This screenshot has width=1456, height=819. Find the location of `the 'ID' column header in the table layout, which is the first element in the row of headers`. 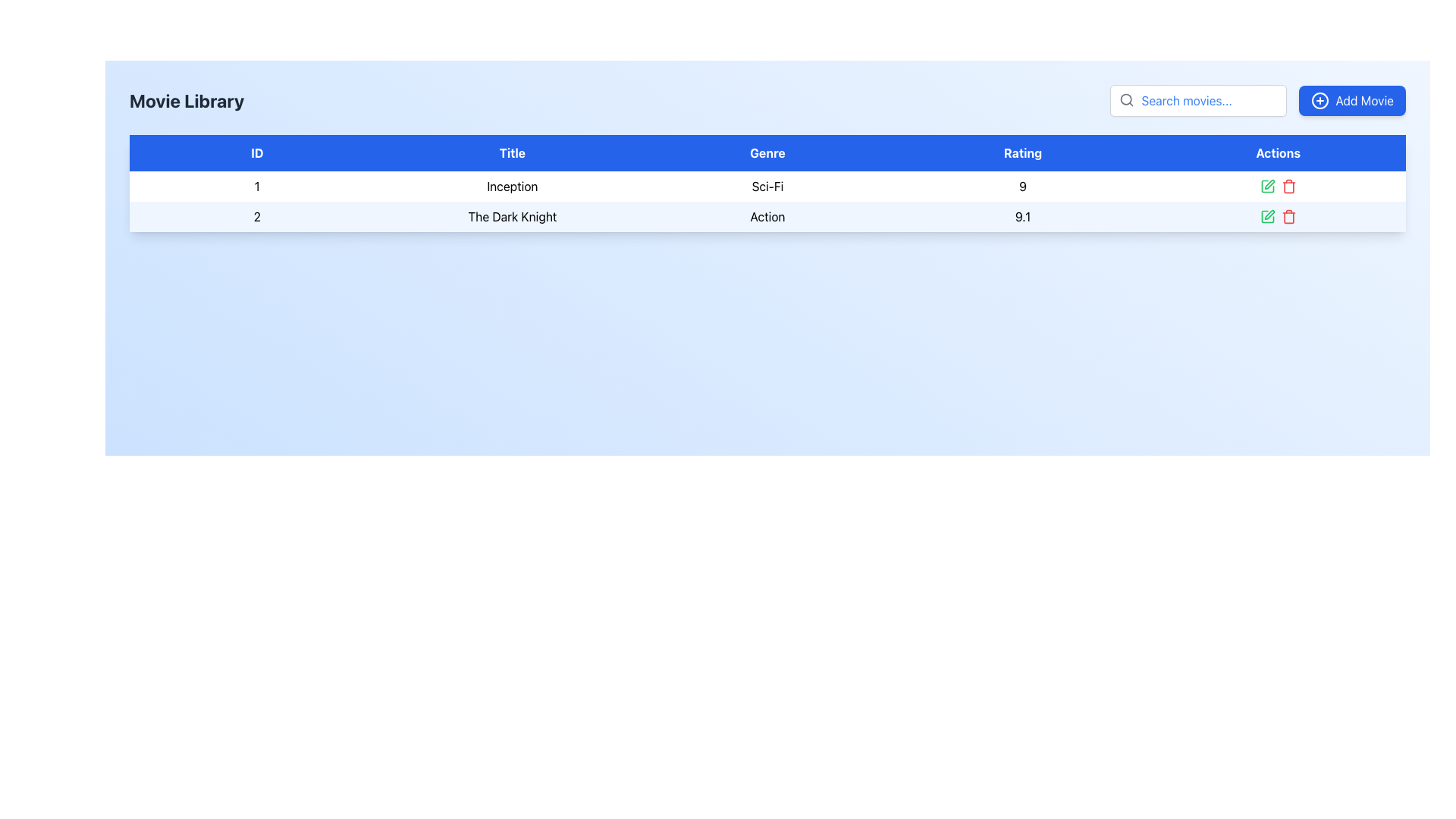

the 'ID' column header in the table layout, which is the first element in the row of headers is located at coordinates (257, 152).